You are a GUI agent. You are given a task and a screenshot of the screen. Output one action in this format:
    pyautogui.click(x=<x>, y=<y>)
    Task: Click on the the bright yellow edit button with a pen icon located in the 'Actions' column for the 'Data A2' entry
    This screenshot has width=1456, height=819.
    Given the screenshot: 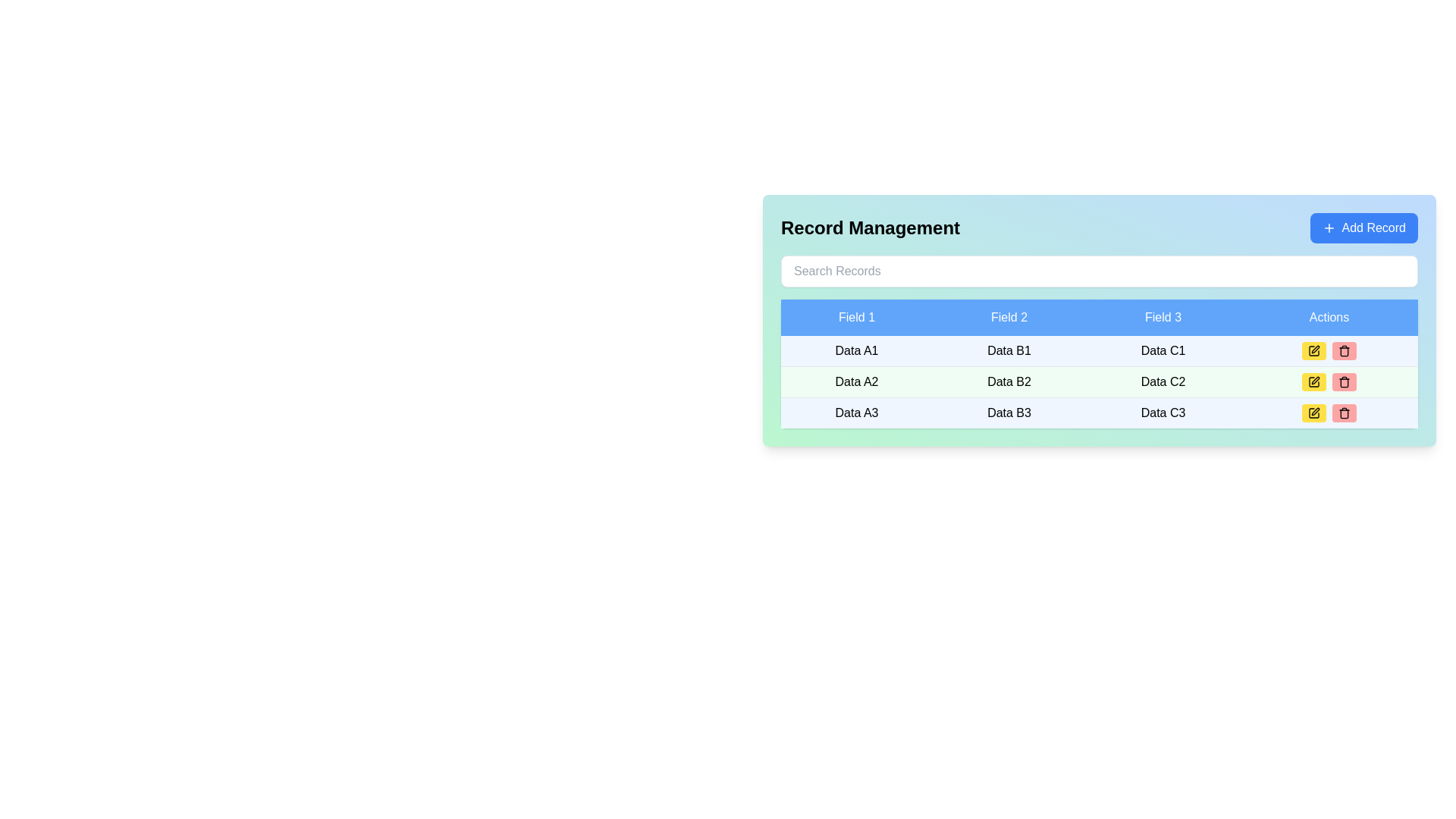 What is the action you would take?
    pyautogui.click(x=1313, y=381)
    